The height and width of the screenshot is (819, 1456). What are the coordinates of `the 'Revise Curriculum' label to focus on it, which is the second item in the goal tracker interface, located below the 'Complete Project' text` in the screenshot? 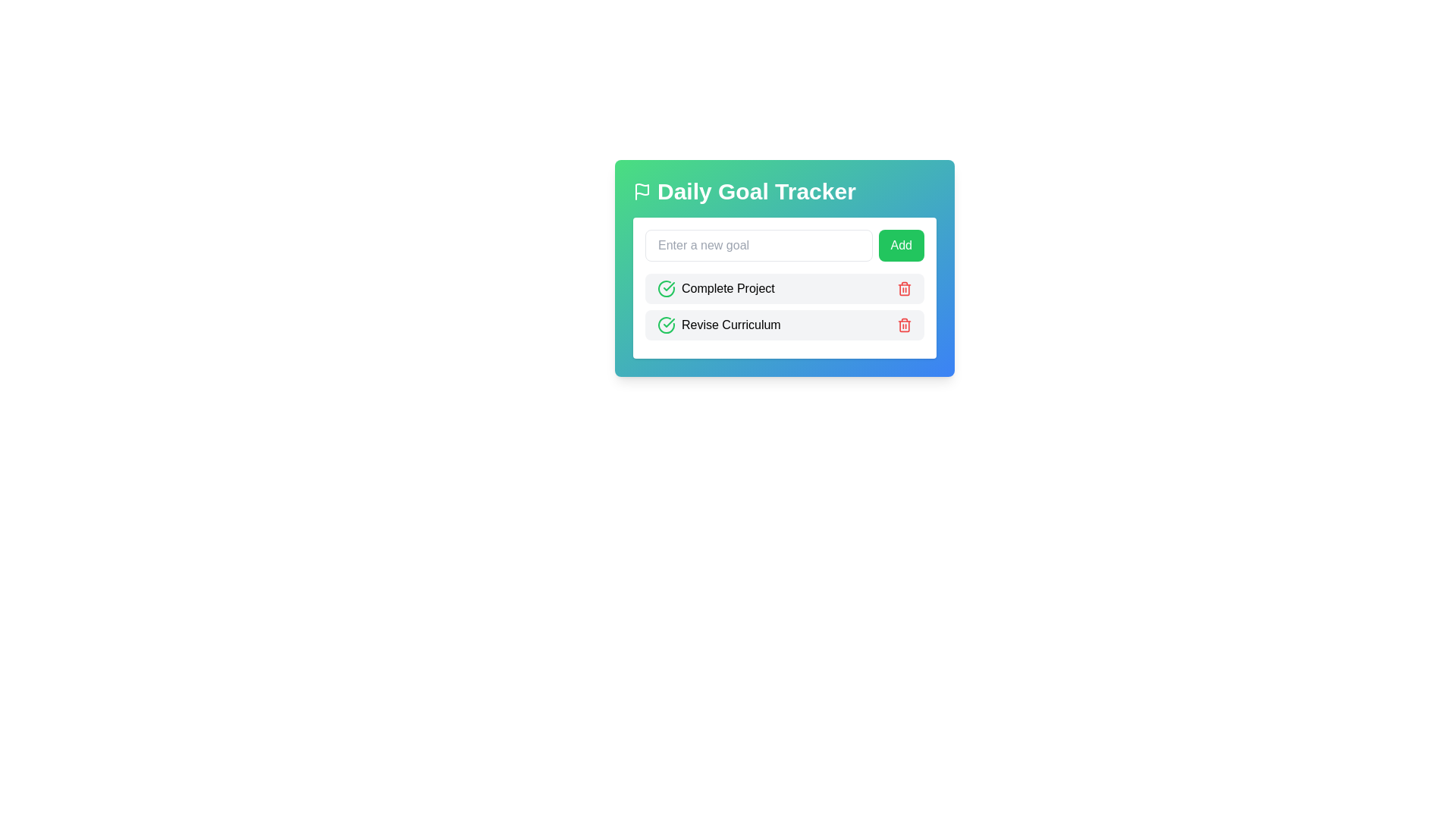 It's located at (731, 324).